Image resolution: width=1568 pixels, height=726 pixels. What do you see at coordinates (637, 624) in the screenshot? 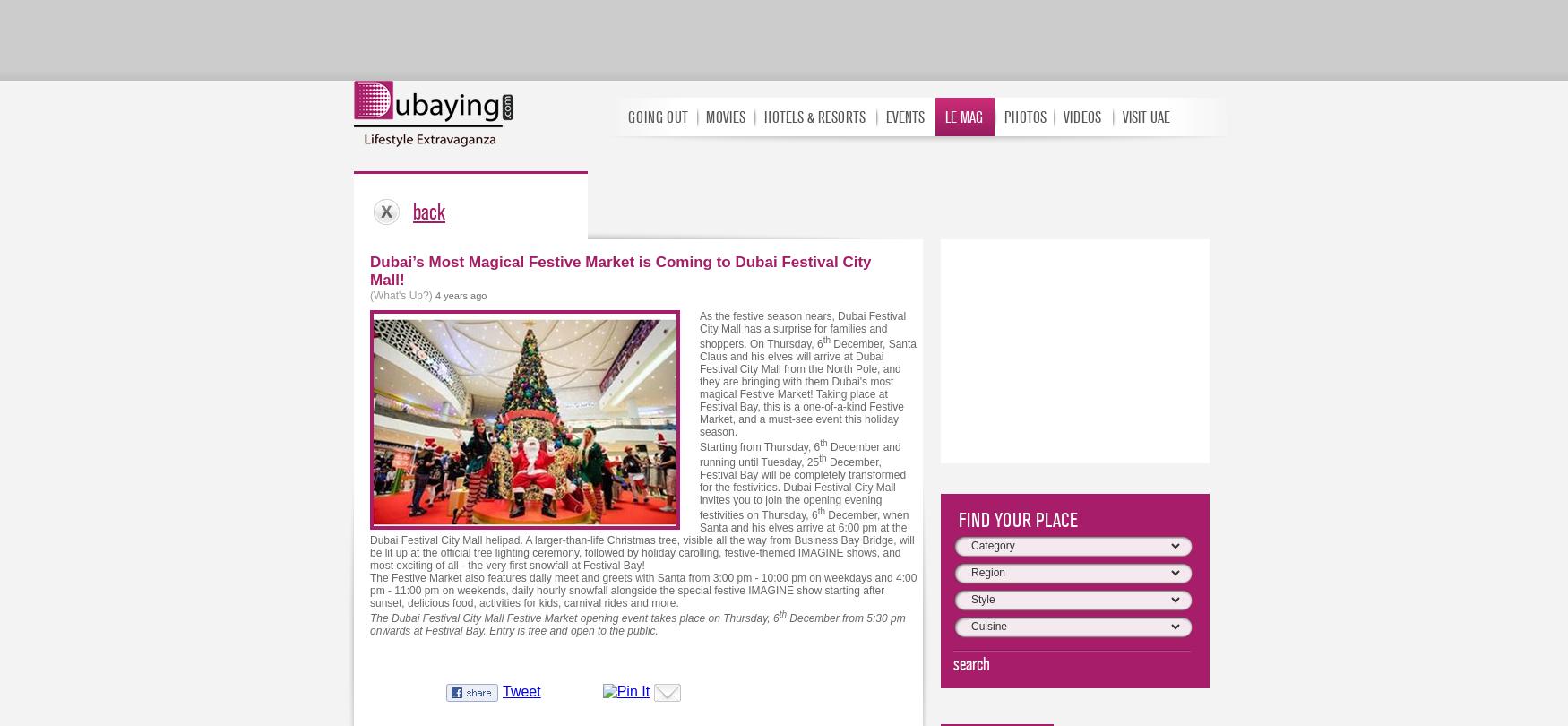
I see `'December from 5:30 pm onwards at Festival Bay. Entry is free and open to the public.'` at bounding box center [637, 624].